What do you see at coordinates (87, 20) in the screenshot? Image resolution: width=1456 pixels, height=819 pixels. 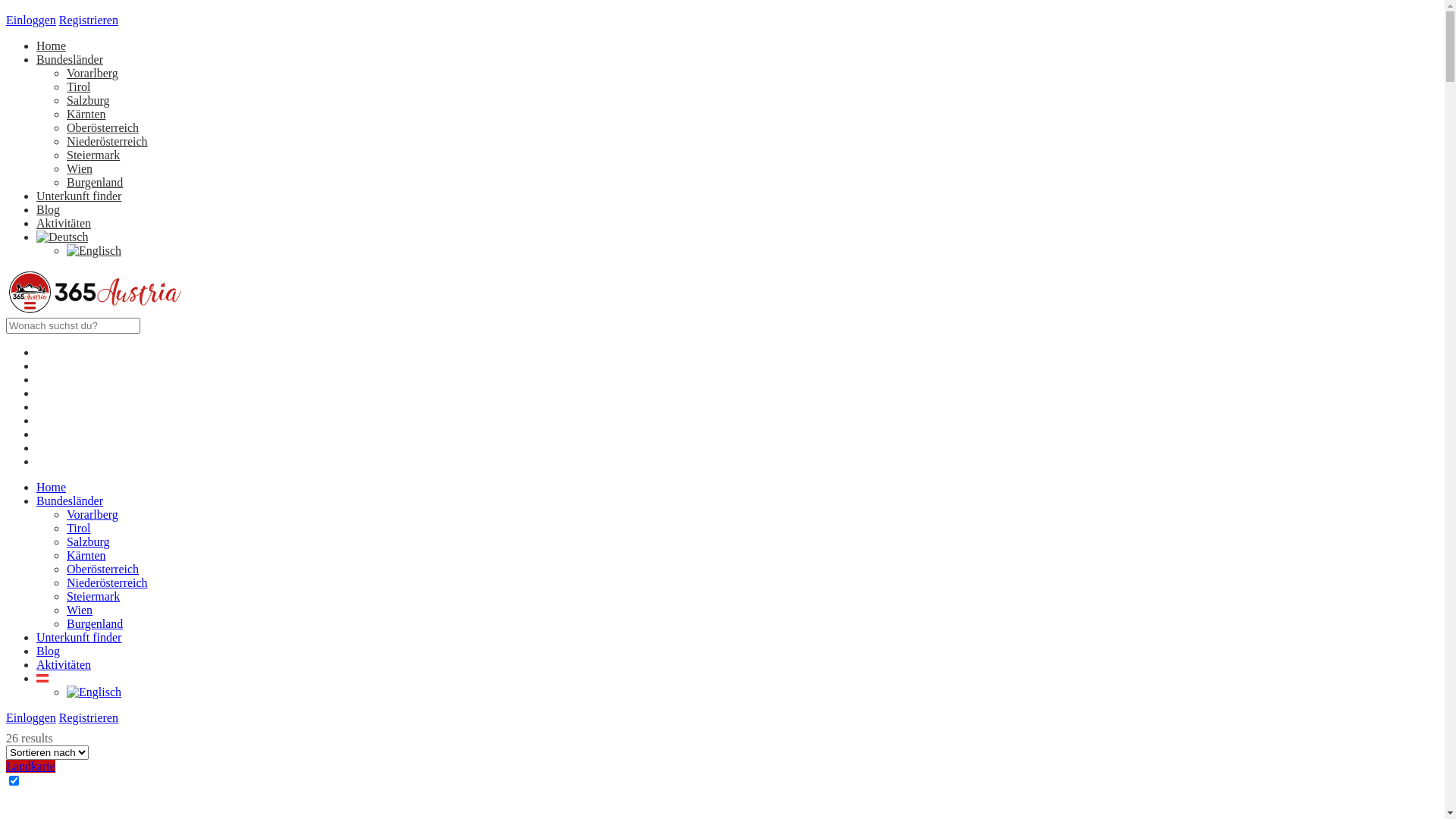 I see `'Registrieren'` at bounding box center [87, 20].